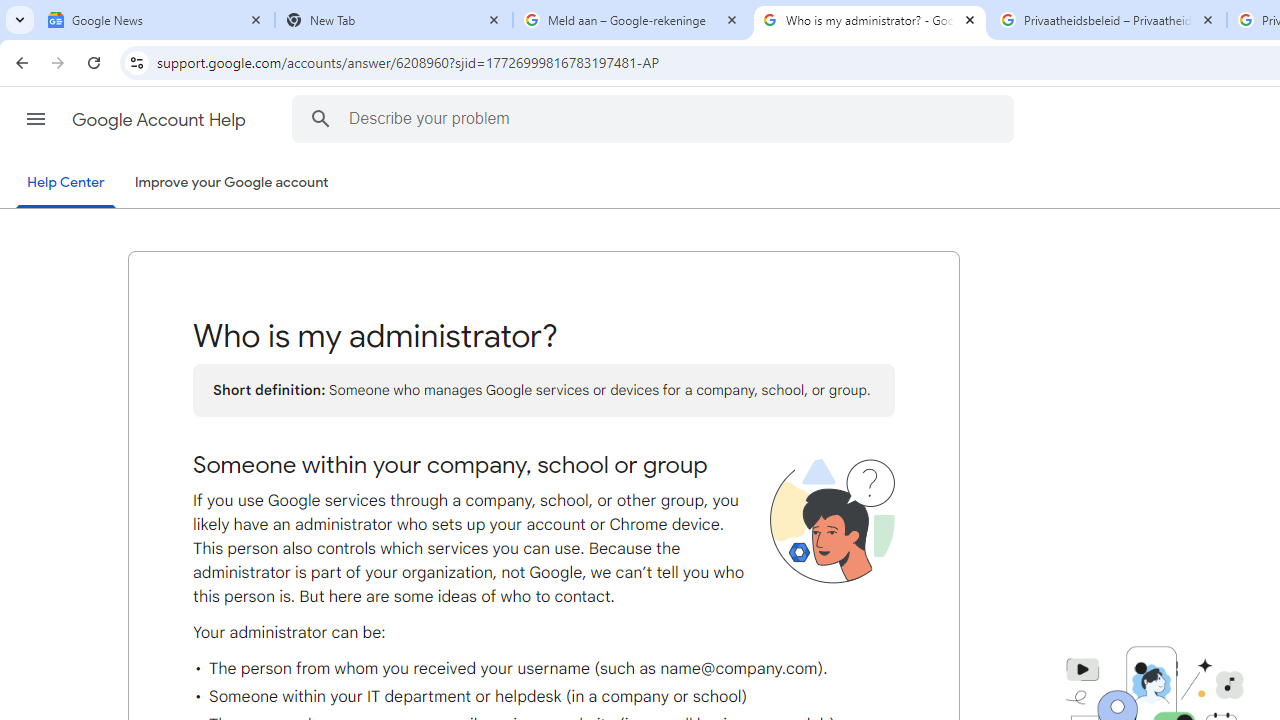  Describe the element at coordinates (231, 183) in the screenshot. I see `'Improve your Google account'` at that location.